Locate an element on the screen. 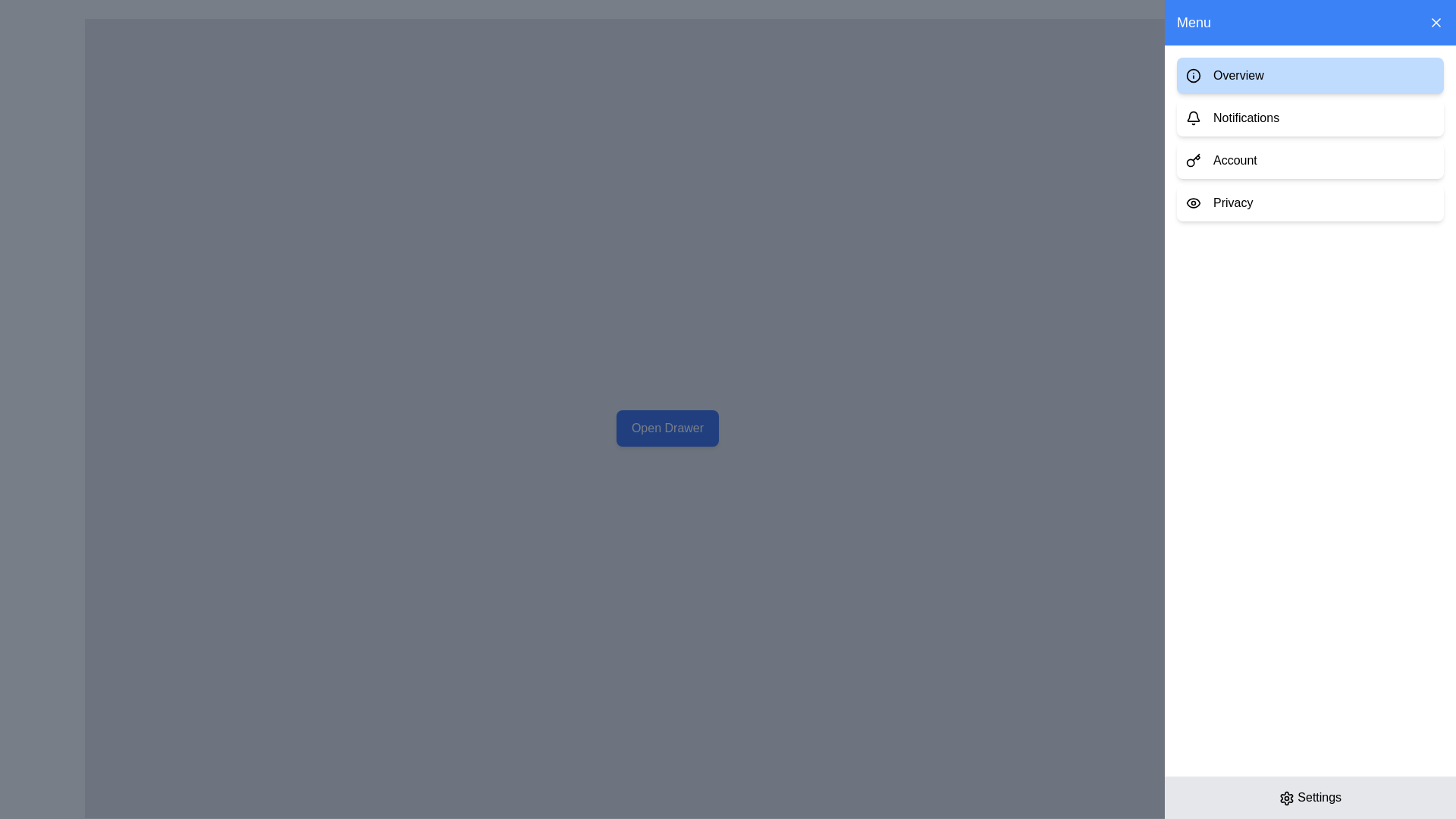 The image size is (1456, 819). the close button located on the far-right side of the blue menu bar labeled 'Menu' to change its styling is located at coordinates (1436, 23).